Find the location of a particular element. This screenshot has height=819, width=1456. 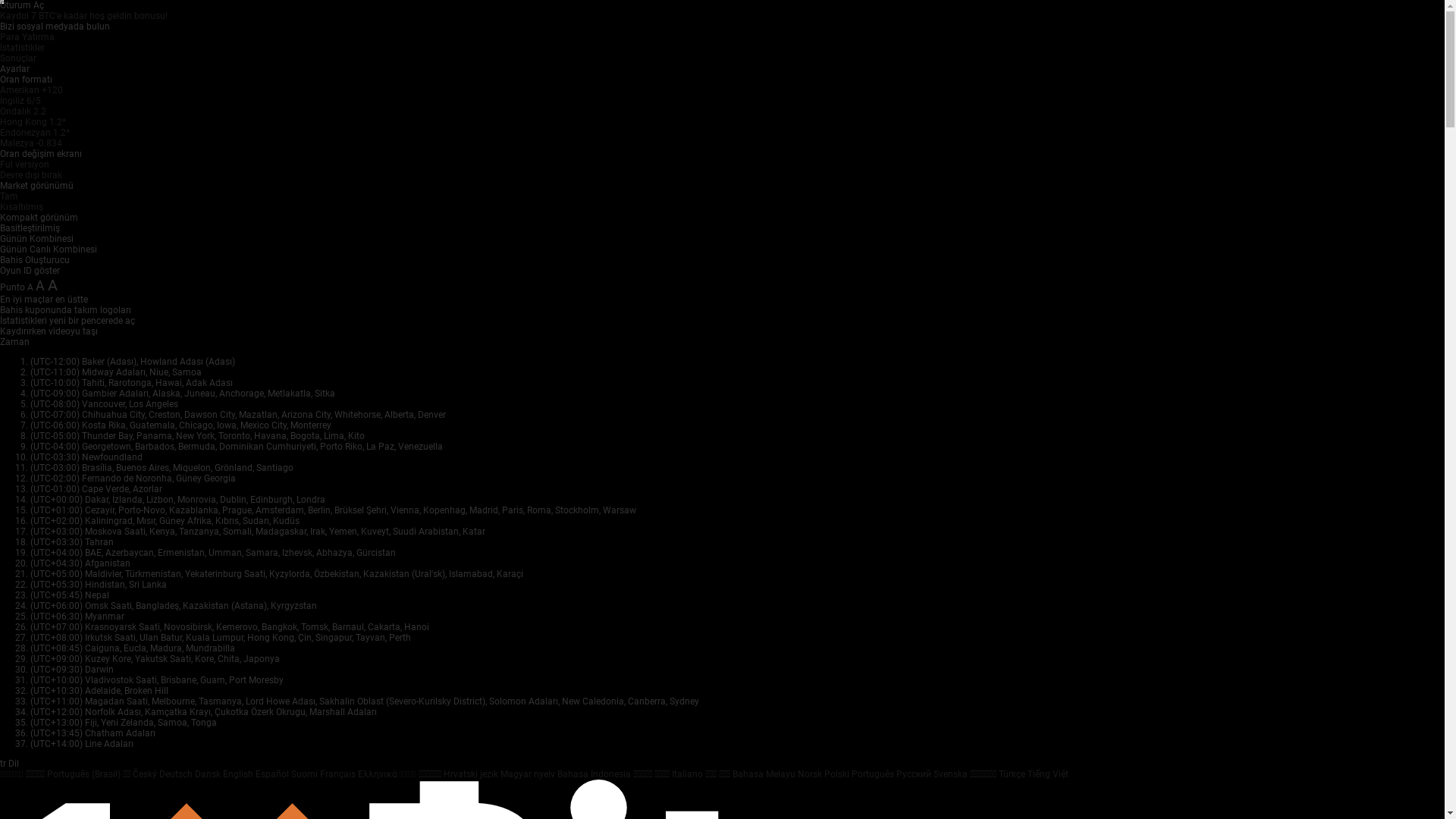

'Endonezyan 1.2*' is located at coordinates (0, 131).